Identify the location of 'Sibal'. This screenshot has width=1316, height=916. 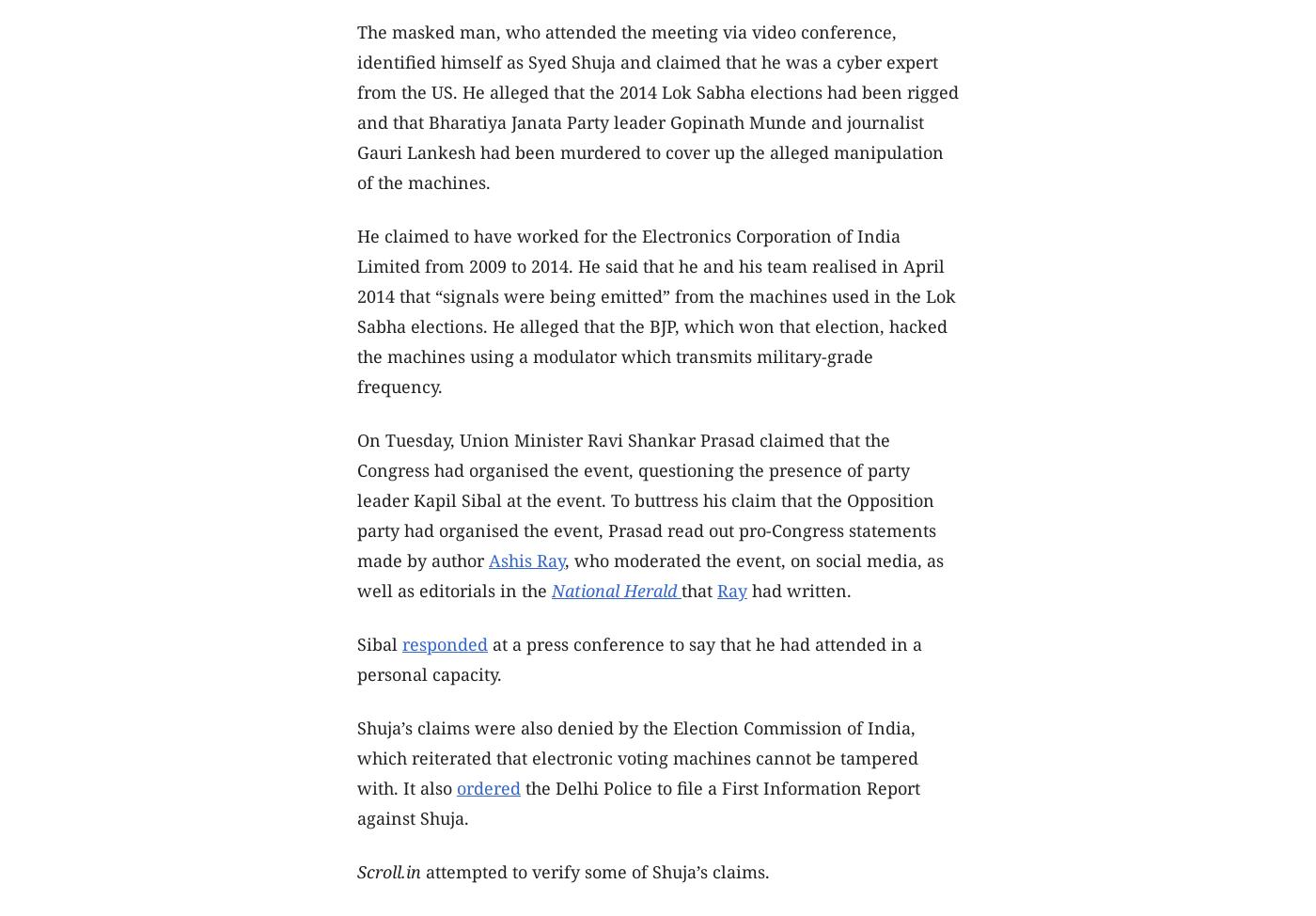
(380, 644).